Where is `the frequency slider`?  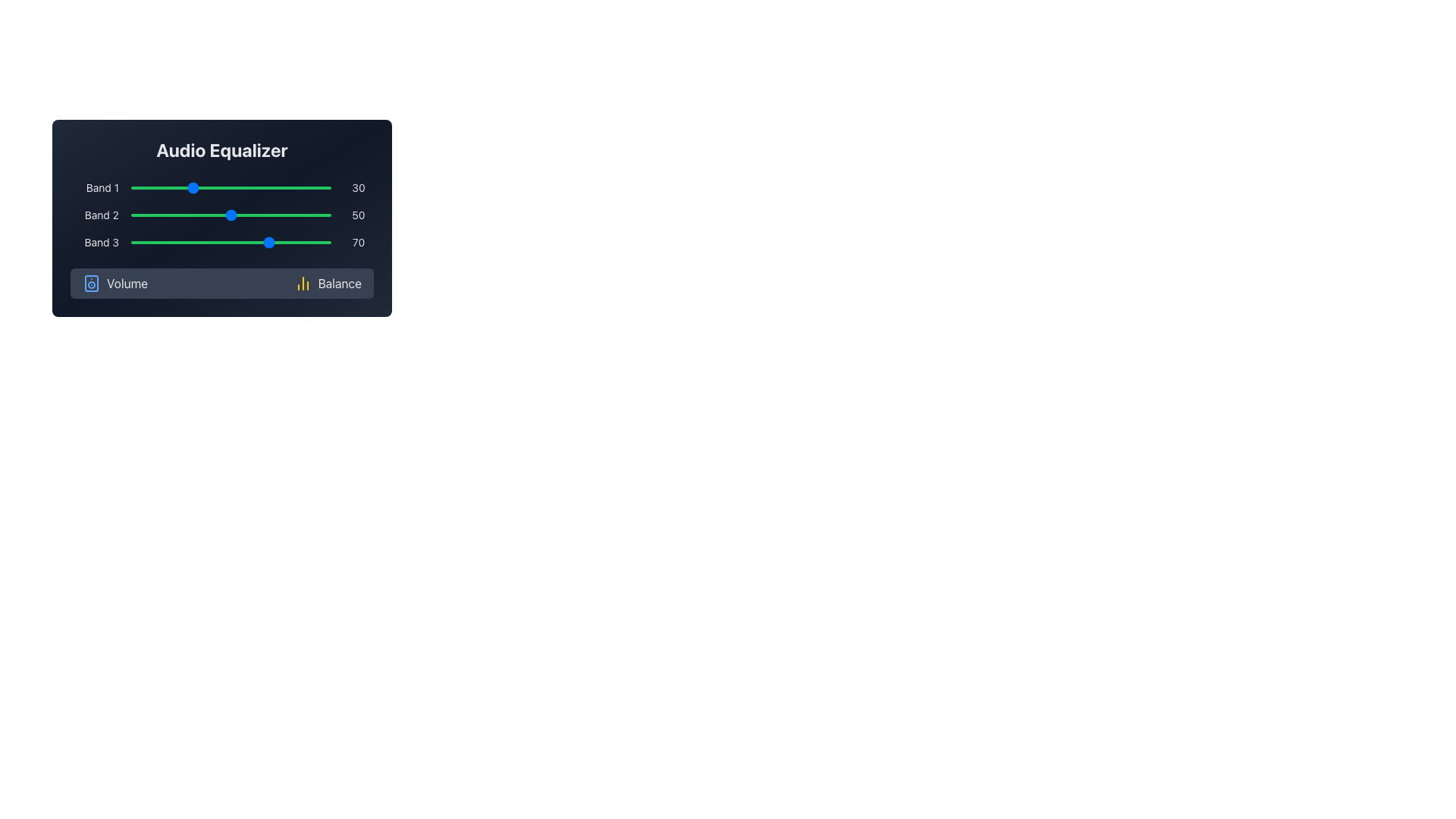 the frequency slider is located at coordinates (257, 215).